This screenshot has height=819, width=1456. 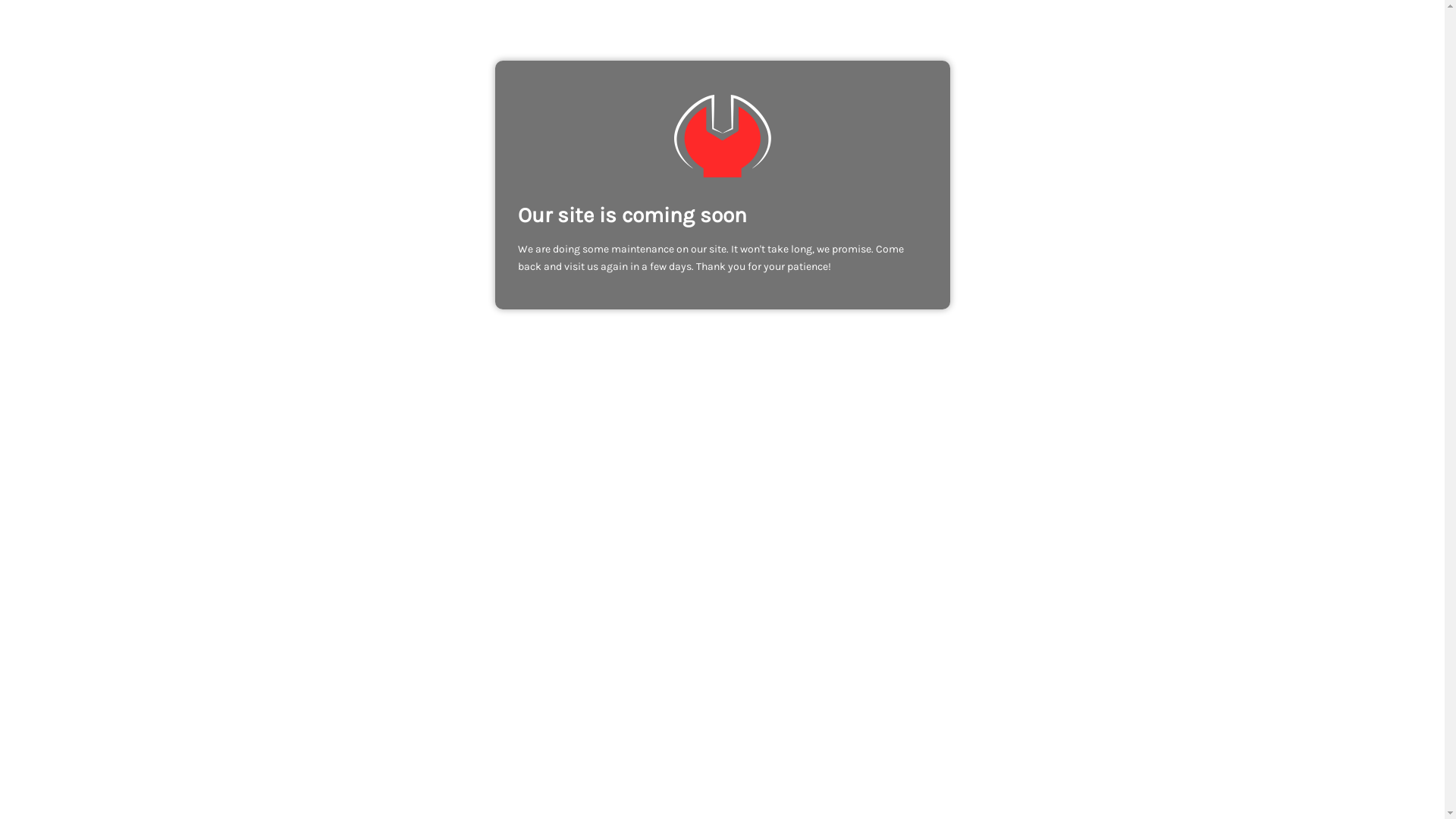 What do you see at coordinates (720, 135) in the screenshot?
I see `'123casino.be'` at bounding box center [720, 135].